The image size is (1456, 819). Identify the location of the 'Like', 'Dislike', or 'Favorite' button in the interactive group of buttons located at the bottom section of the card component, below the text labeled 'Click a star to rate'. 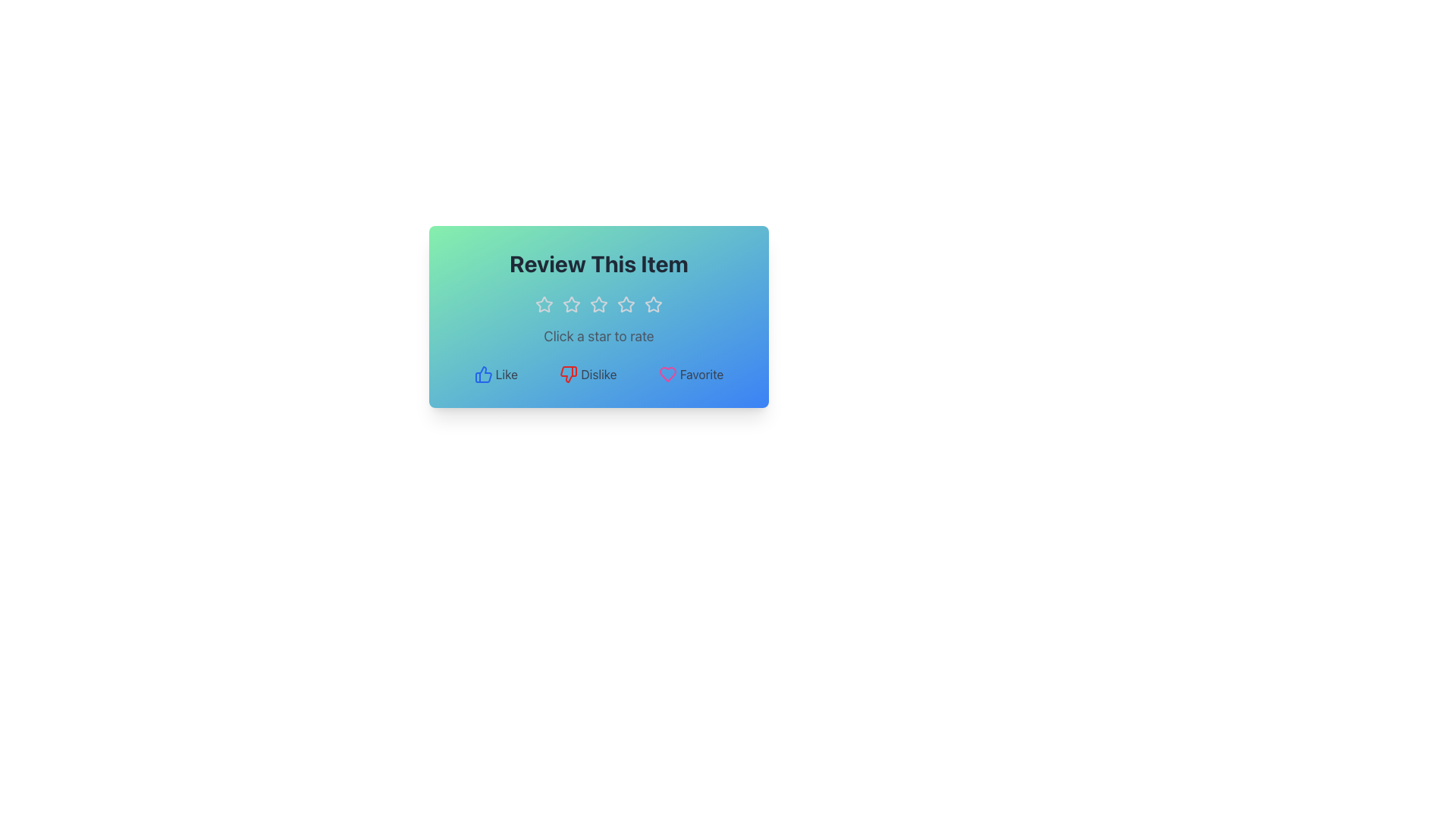
(598, 374).